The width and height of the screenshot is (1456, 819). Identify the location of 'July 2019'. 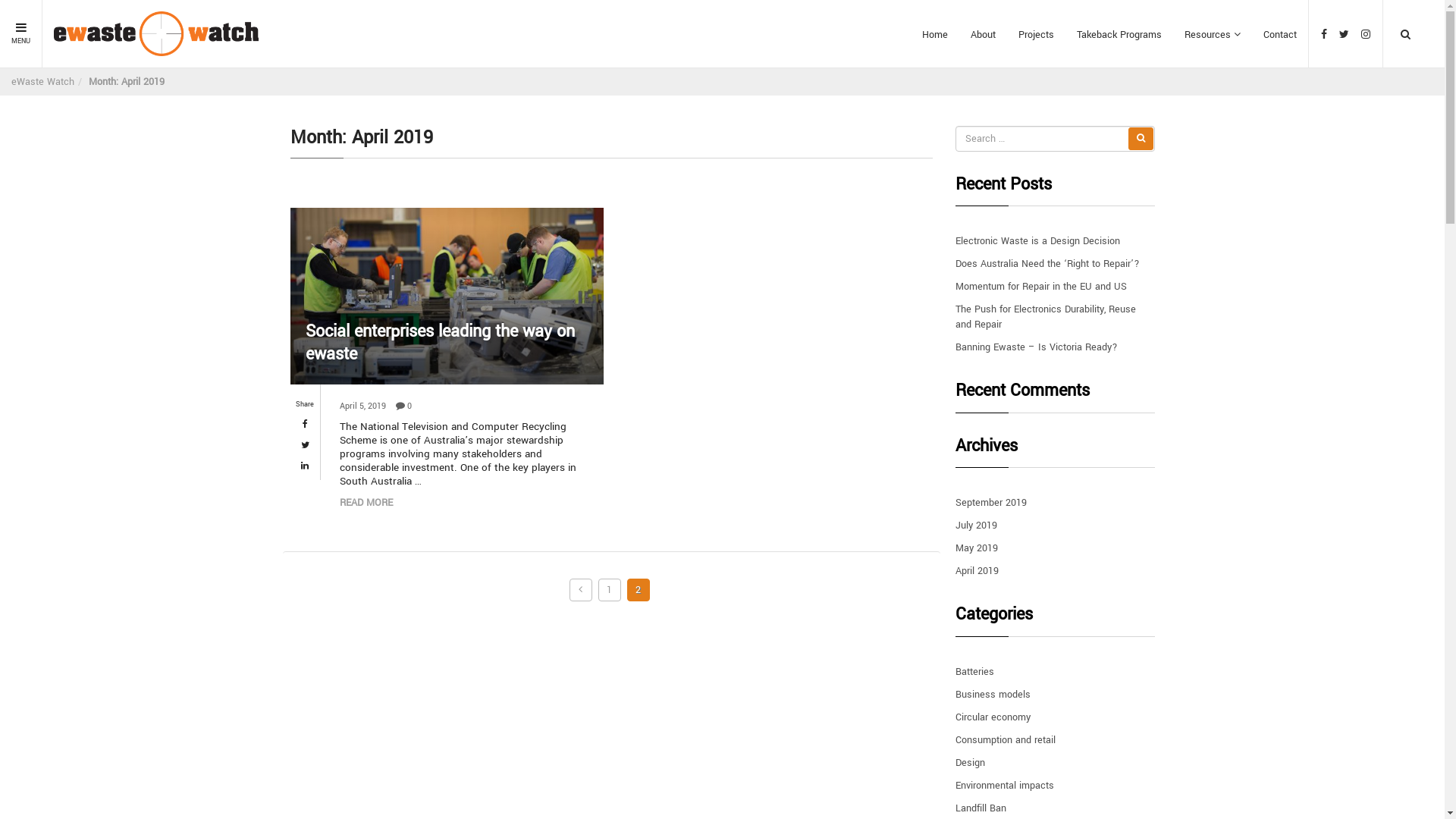
(976, 525).